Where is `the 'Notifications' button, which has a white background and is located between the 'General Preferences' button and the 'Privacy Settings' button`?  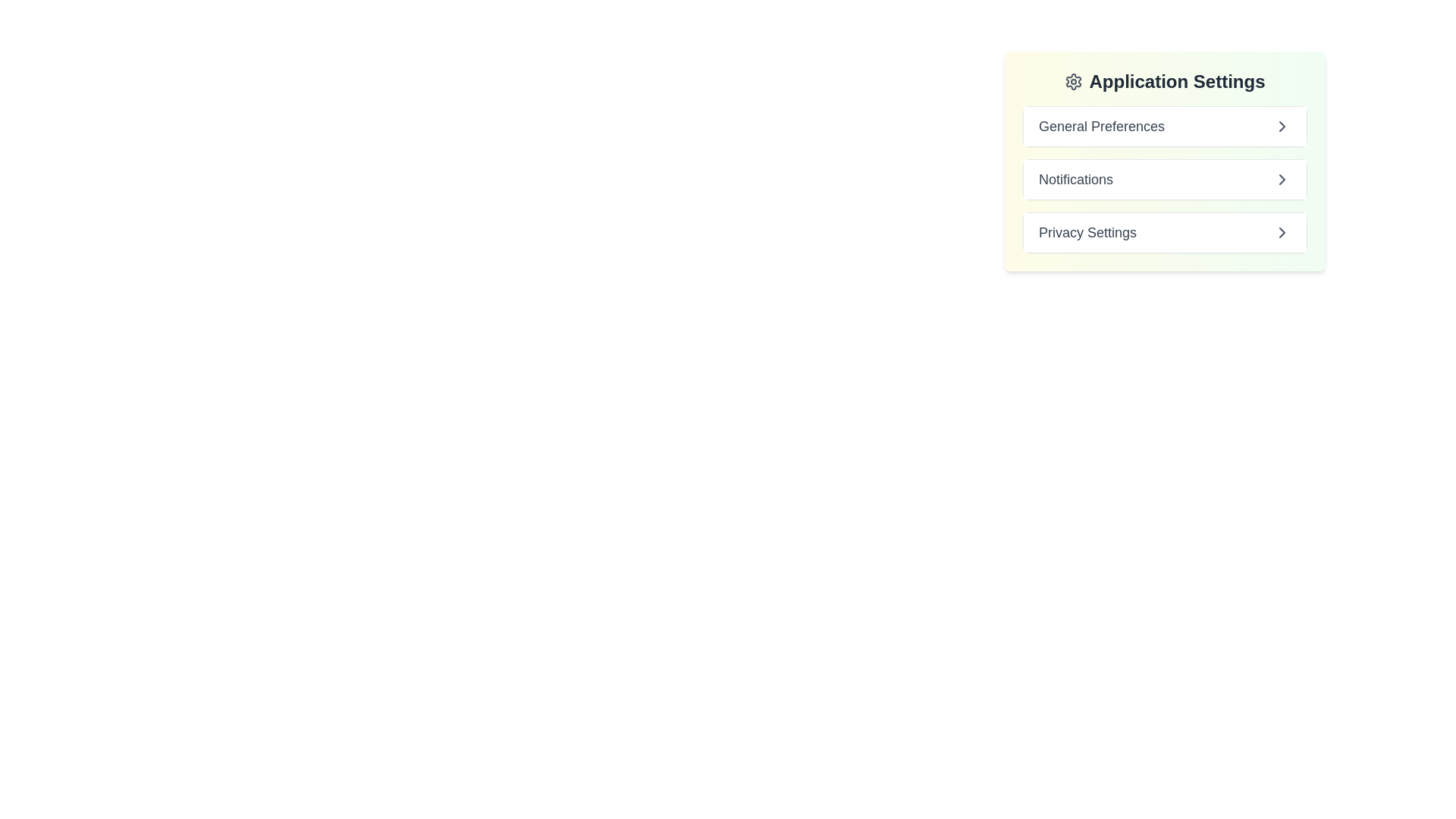 the 'Notifications' button, which has a white background and is located between the 'General Preferences' button and the 'Privacy Settings' button is located at coordinates (1164, 178).